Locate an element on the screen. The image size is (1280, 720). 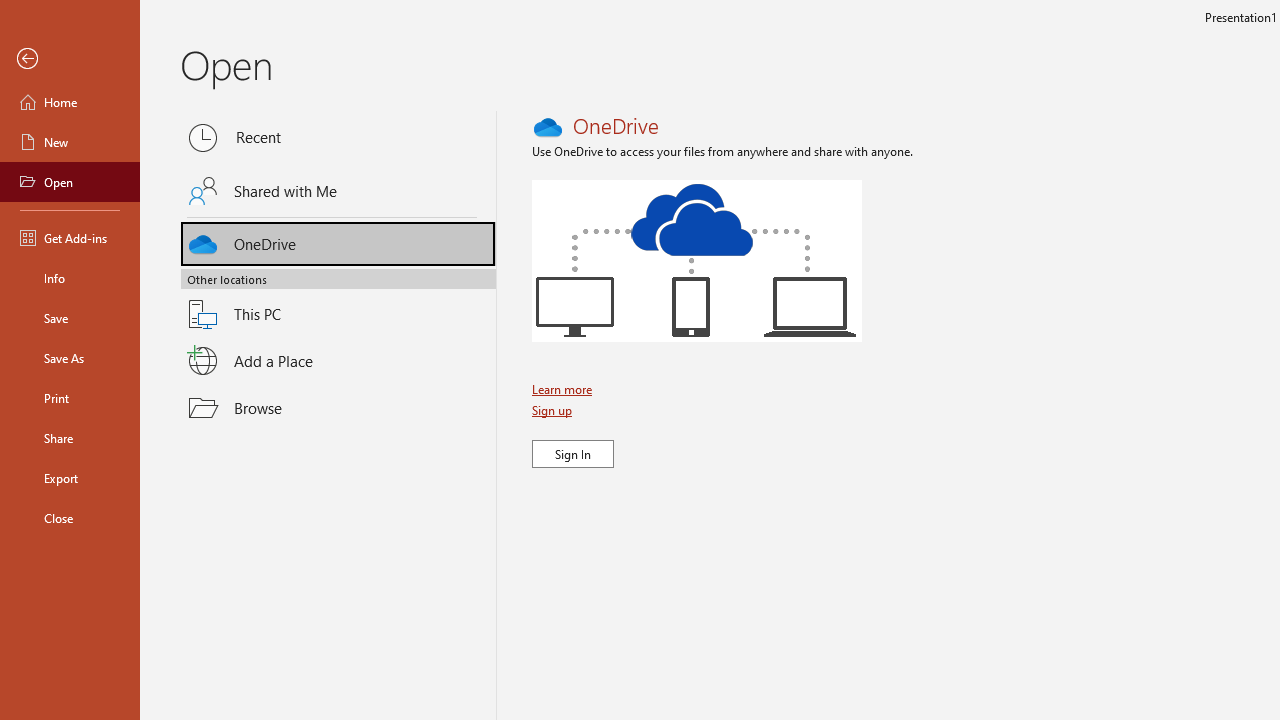
'Back' is located at coordinates (69, 58).